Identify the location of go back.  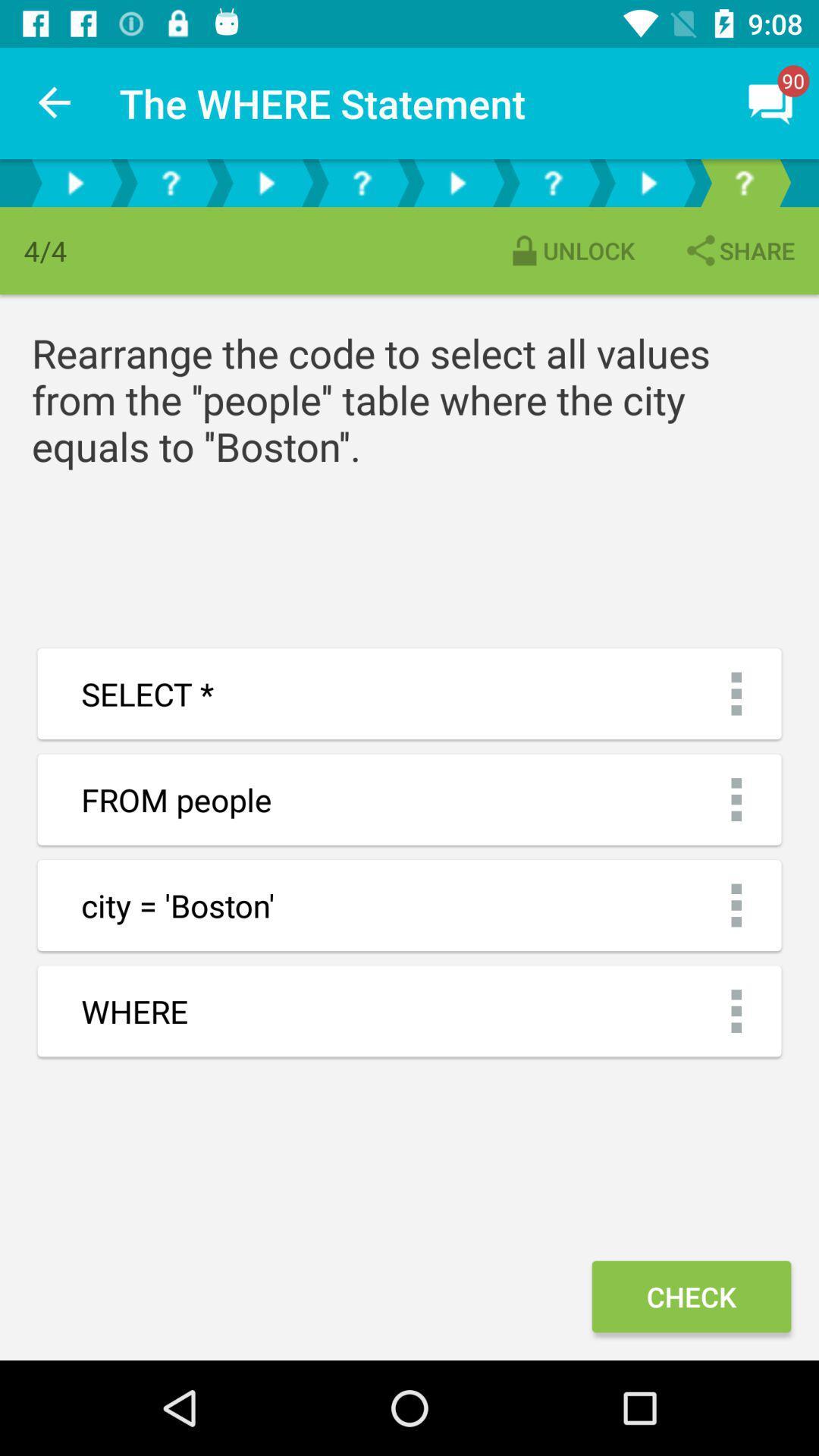
(648, 182).